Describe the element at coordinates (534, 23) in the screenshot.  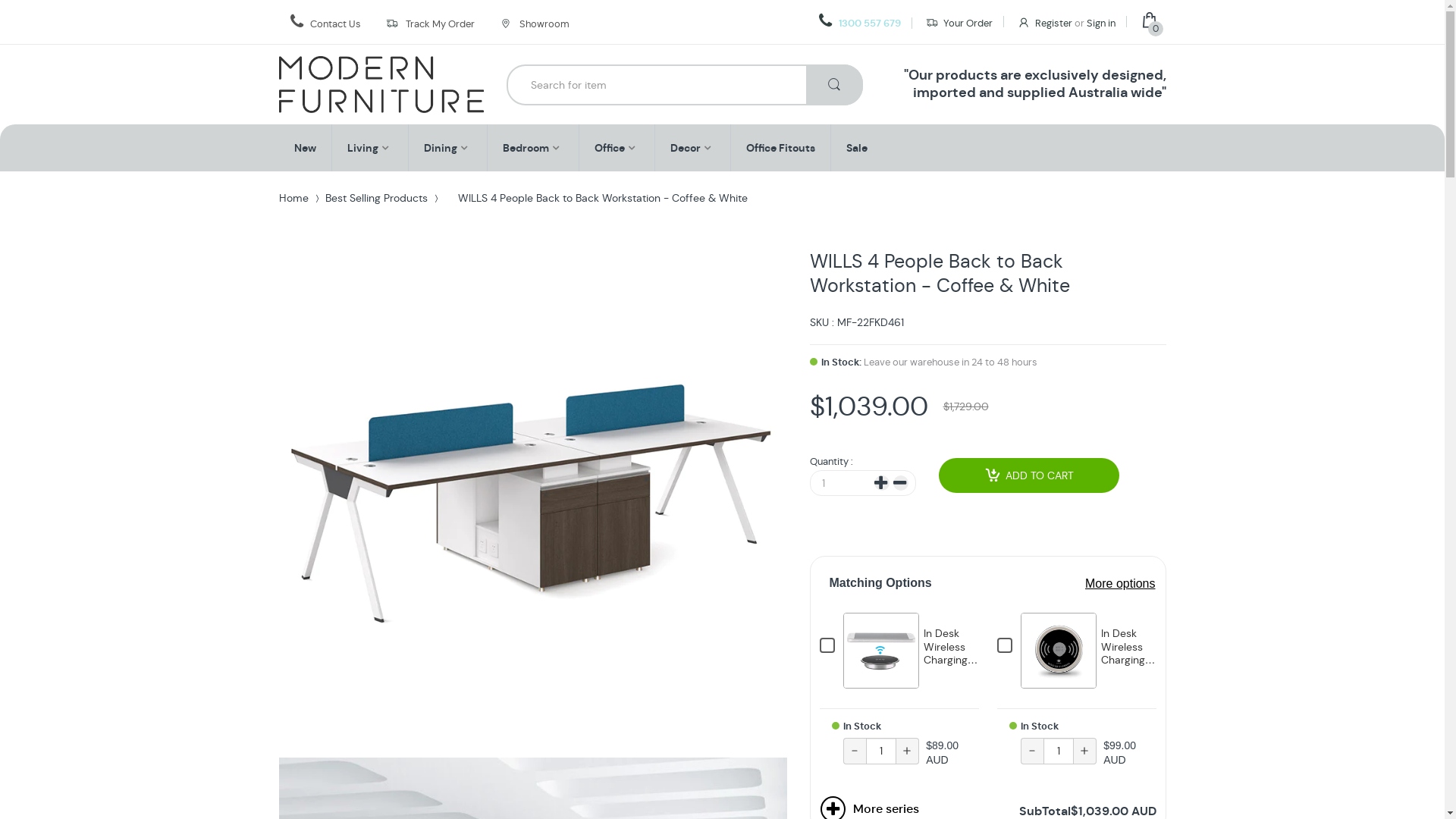
I see `'Showroom'` at that location.